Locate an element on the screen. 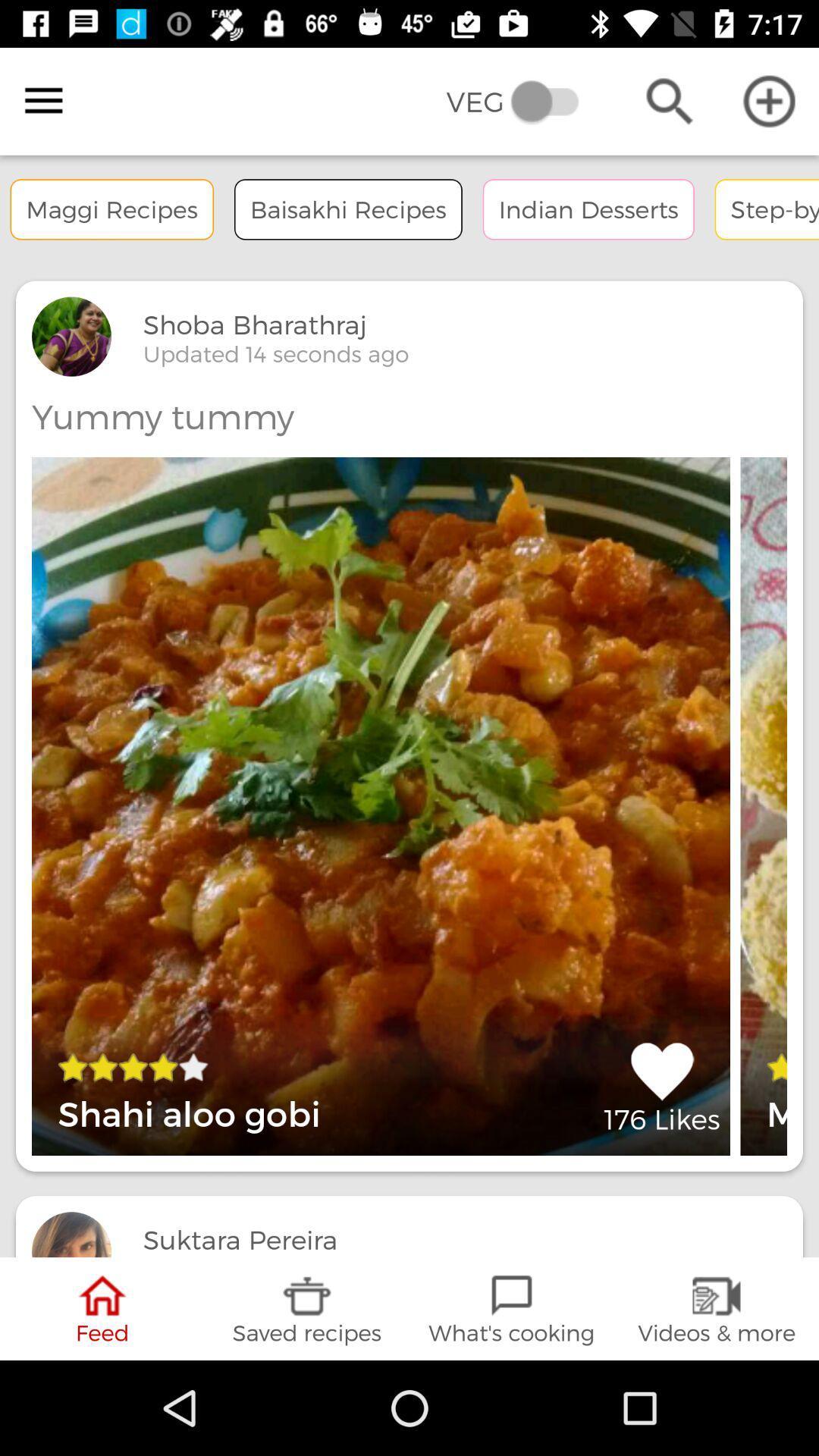 The height and width of the screenshot is (1456, 819). icon next to the saved recipes icon is located at coordinates (512, 1308).